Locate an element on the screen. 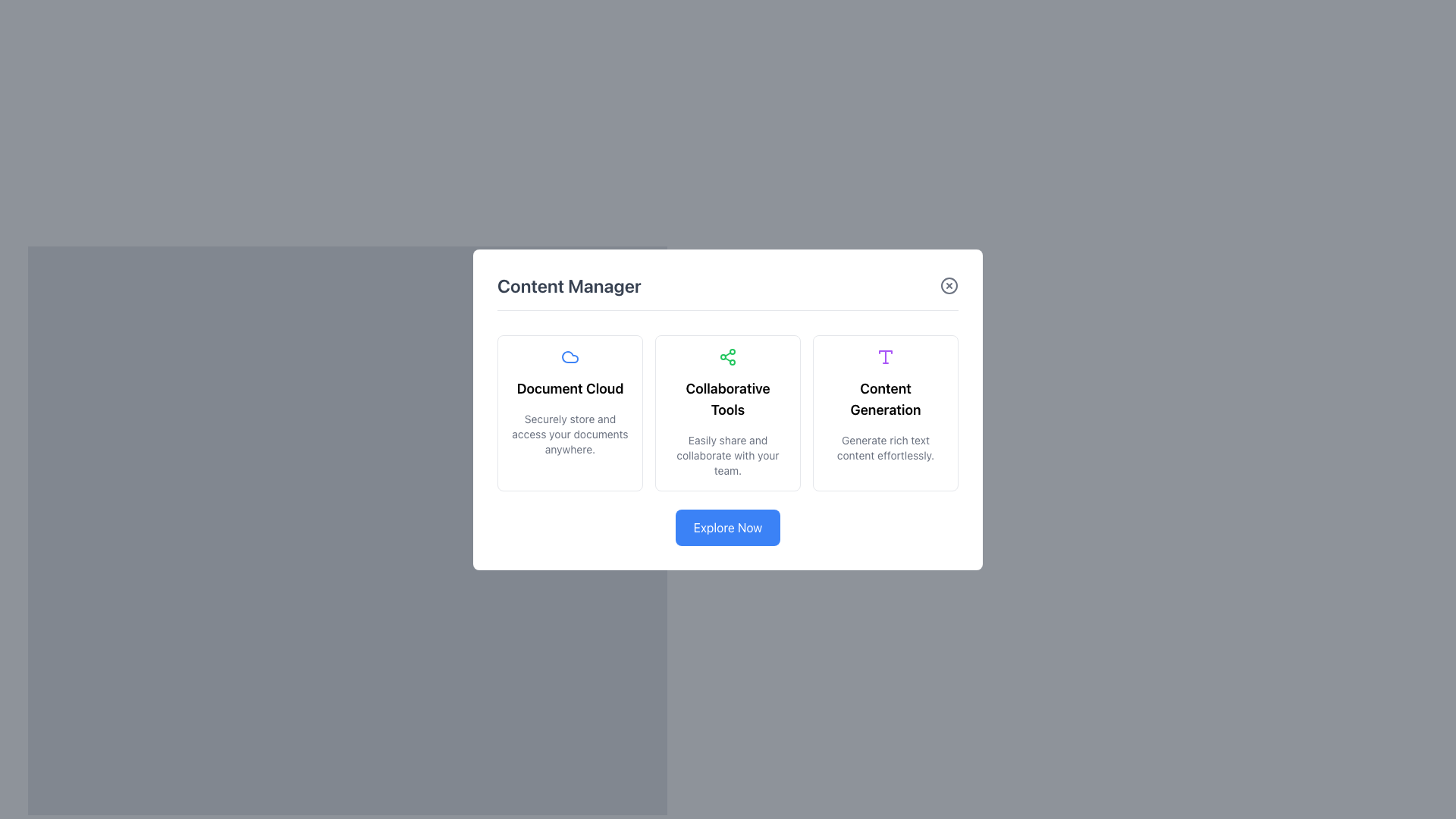 The height and width of the screenshot is (819, 1456). the SVG icon representing 'Content Generation' is located at coordinates (885, 356).